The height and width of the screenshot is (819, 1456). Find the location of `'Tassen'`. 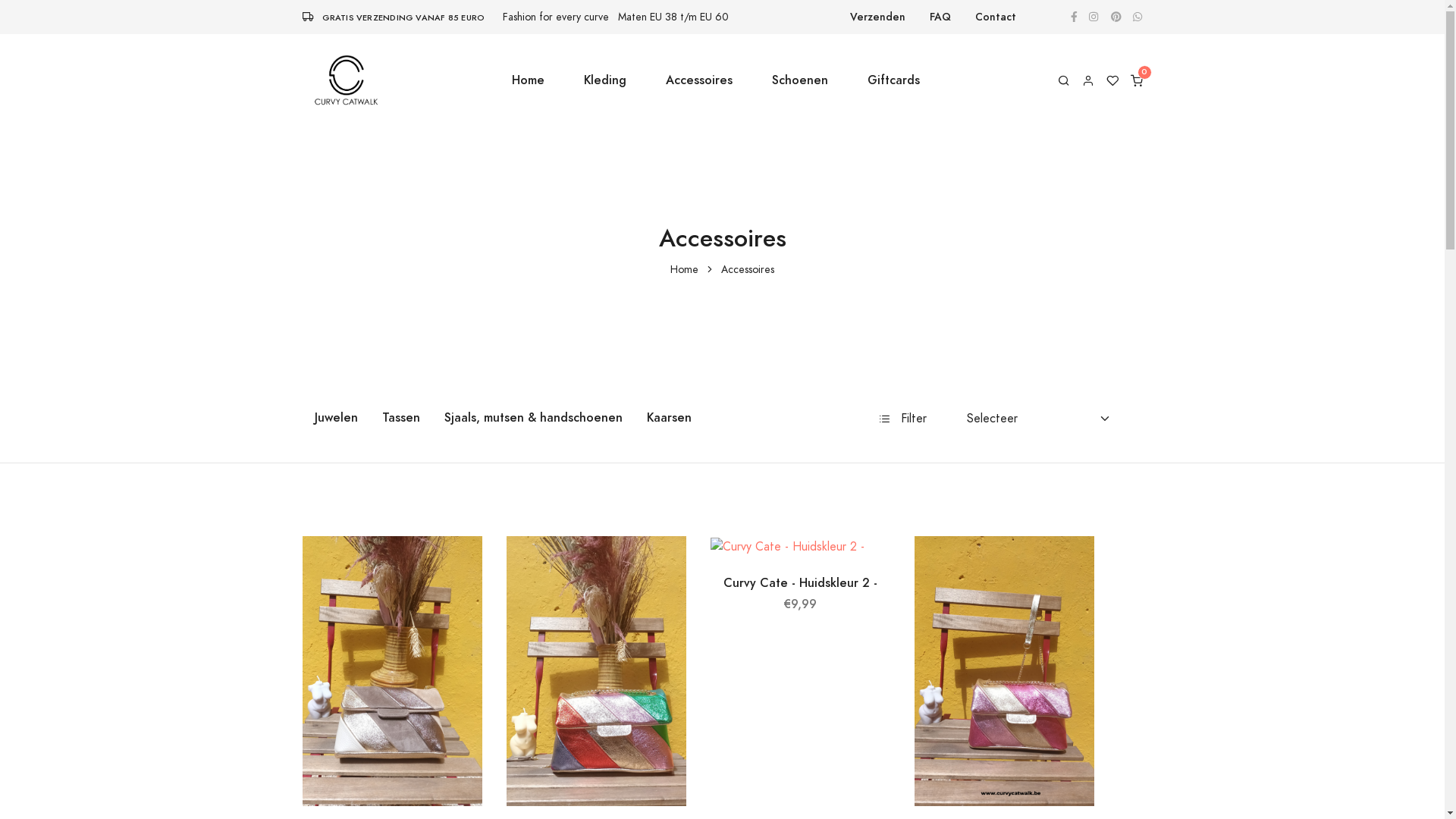

'Tassen' is located at coordinates (400, 418).